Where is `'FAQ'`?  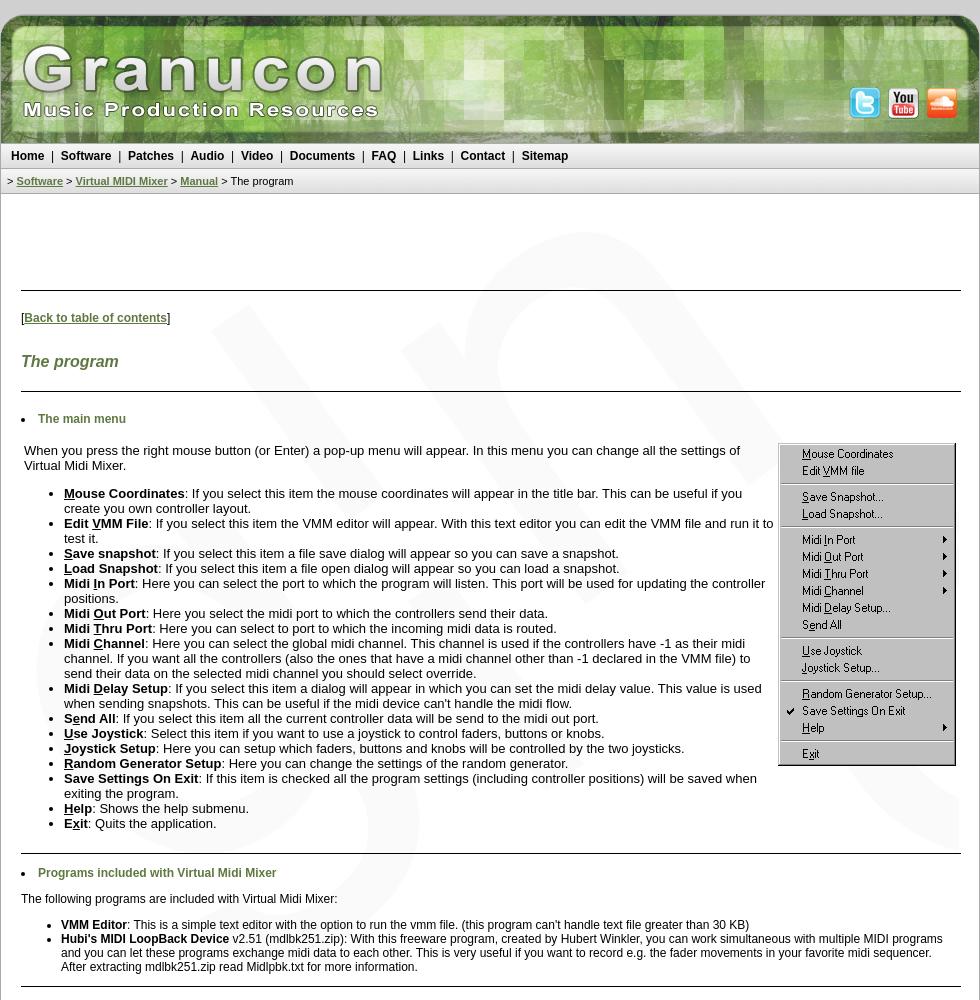 'FAQ' is located at coordinates (383, 156).